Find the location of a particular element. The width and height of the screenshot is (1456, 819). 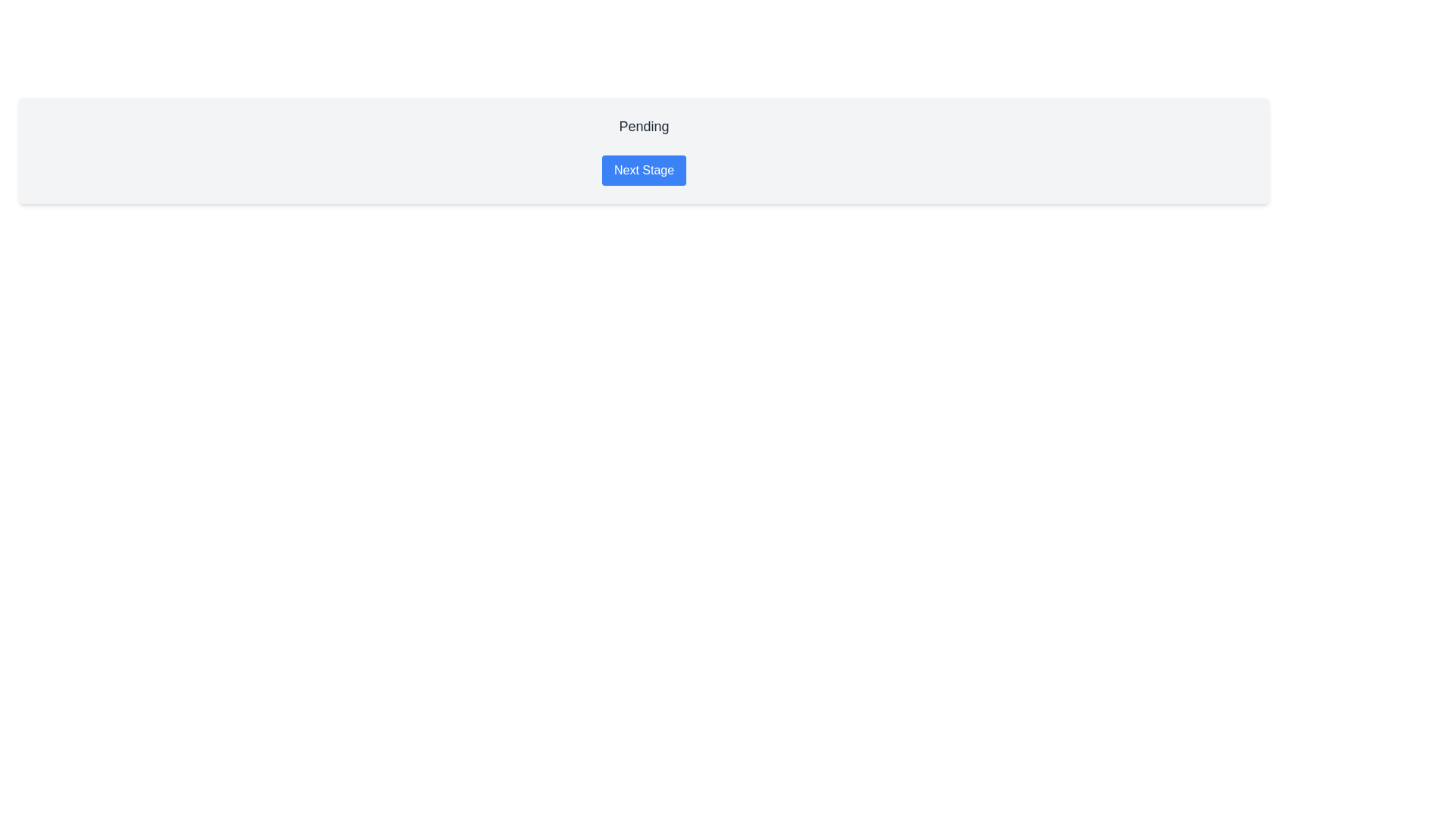

the rectangular button with a blue background and white text that says 'Next Stage' is located at coordinates (644, 170).